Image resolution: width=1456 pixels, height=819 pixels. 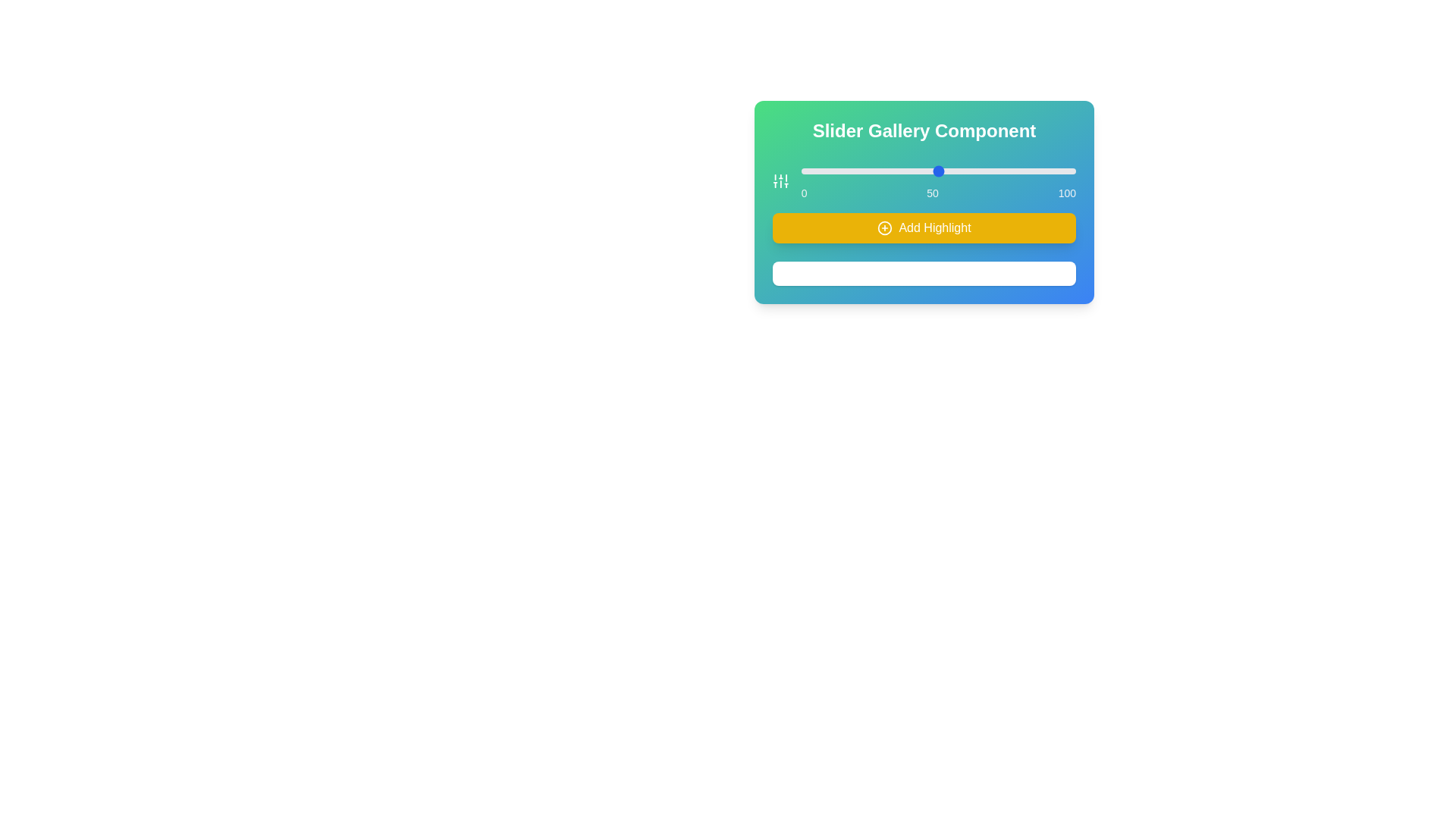 What do you see at coordinates (858, 171) in the screenshot?
I see `the slider value` at bounding box center [858, 171].